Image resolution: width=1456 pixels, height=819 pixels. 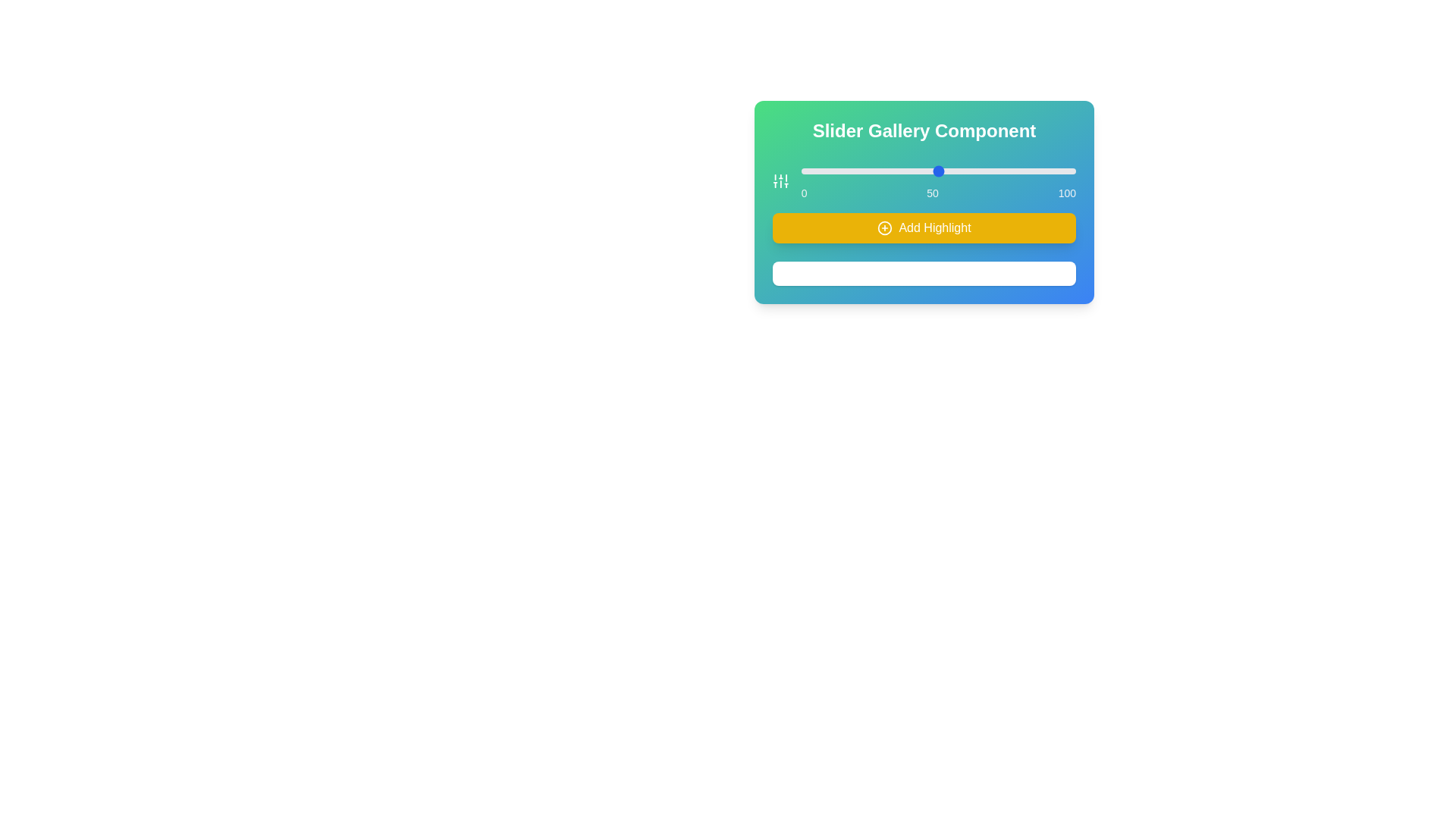 What do you see at coordinates (858, 171) in the screenshot?
I see `the slider value` at bounding box center [858, 171].